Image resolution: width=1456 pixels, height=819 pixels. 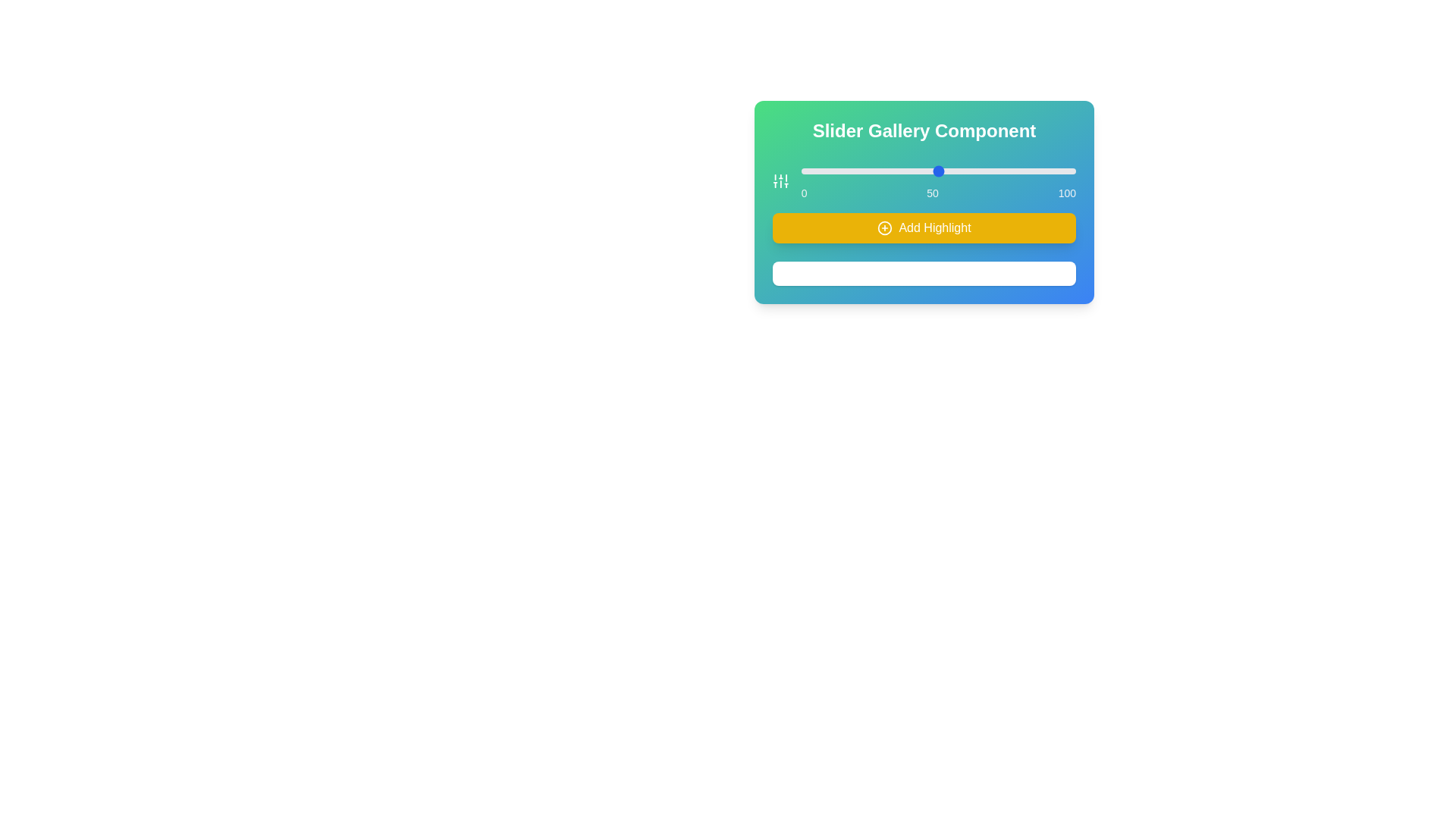 What do you see at coordinates (858, 171) in the screenshot?
I see `the slider value` at bounding box center [858, 171].